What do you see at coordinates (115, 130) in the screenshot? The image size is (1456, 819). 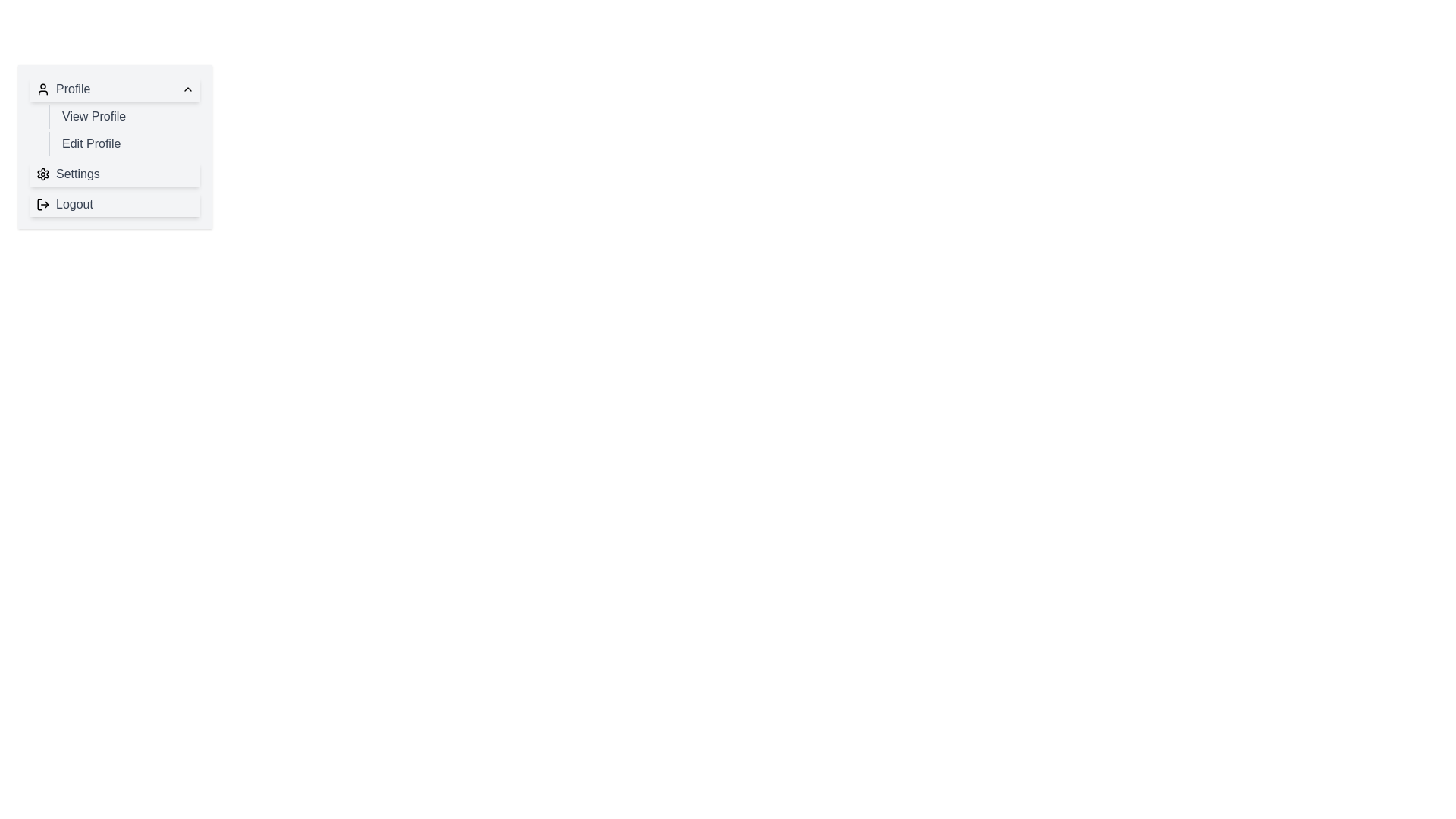 I see `the 'View Profile' or 'Edit Profile' option in the grouped menu item to change its state` at bounding box center [115, 130].